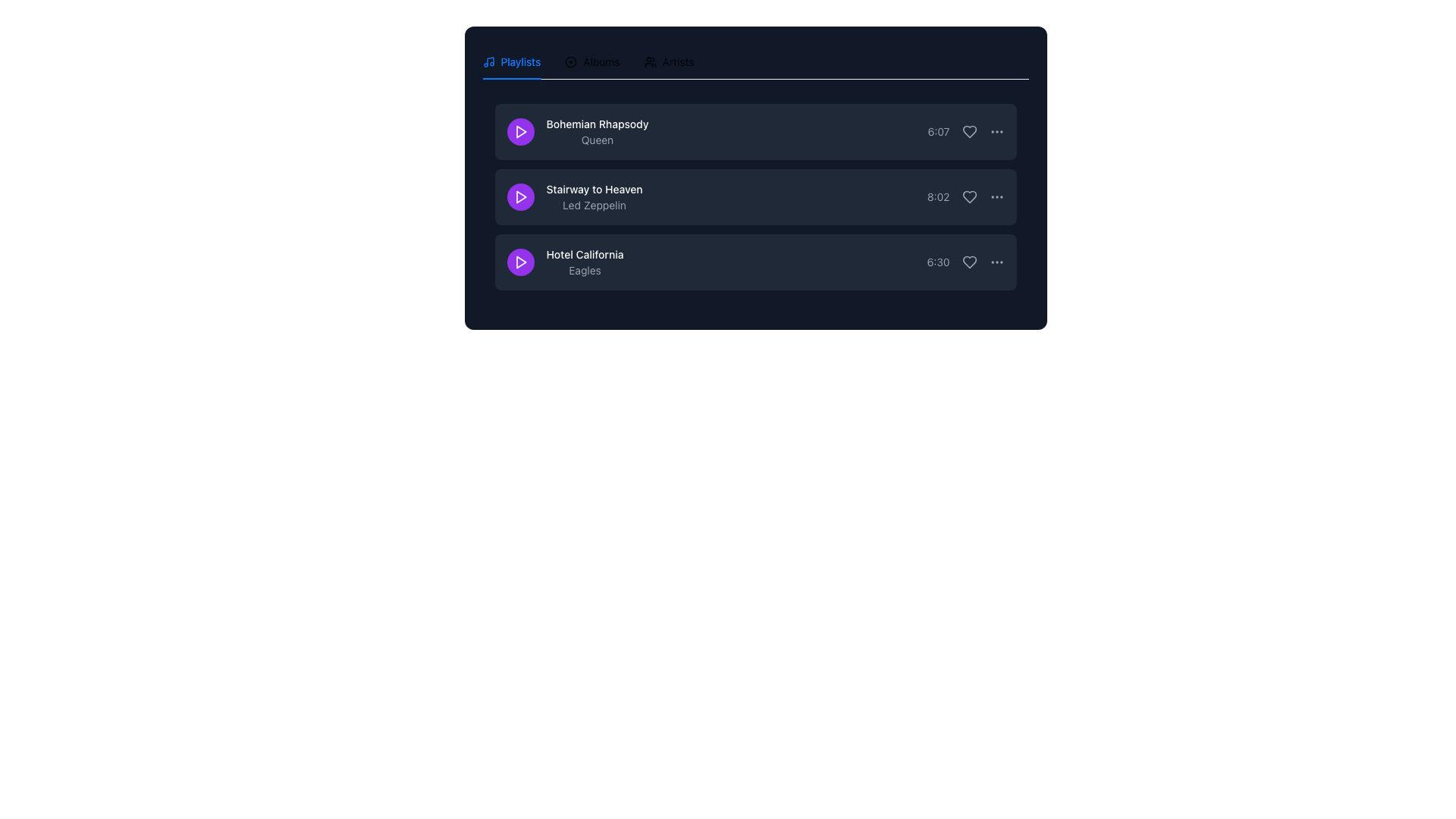 This screenshot has width=1456, height=819. What do you see at coordinates (968, 262) in the screenshot?
I see `the heart-shaped icon` at bounding box center [968, 262].